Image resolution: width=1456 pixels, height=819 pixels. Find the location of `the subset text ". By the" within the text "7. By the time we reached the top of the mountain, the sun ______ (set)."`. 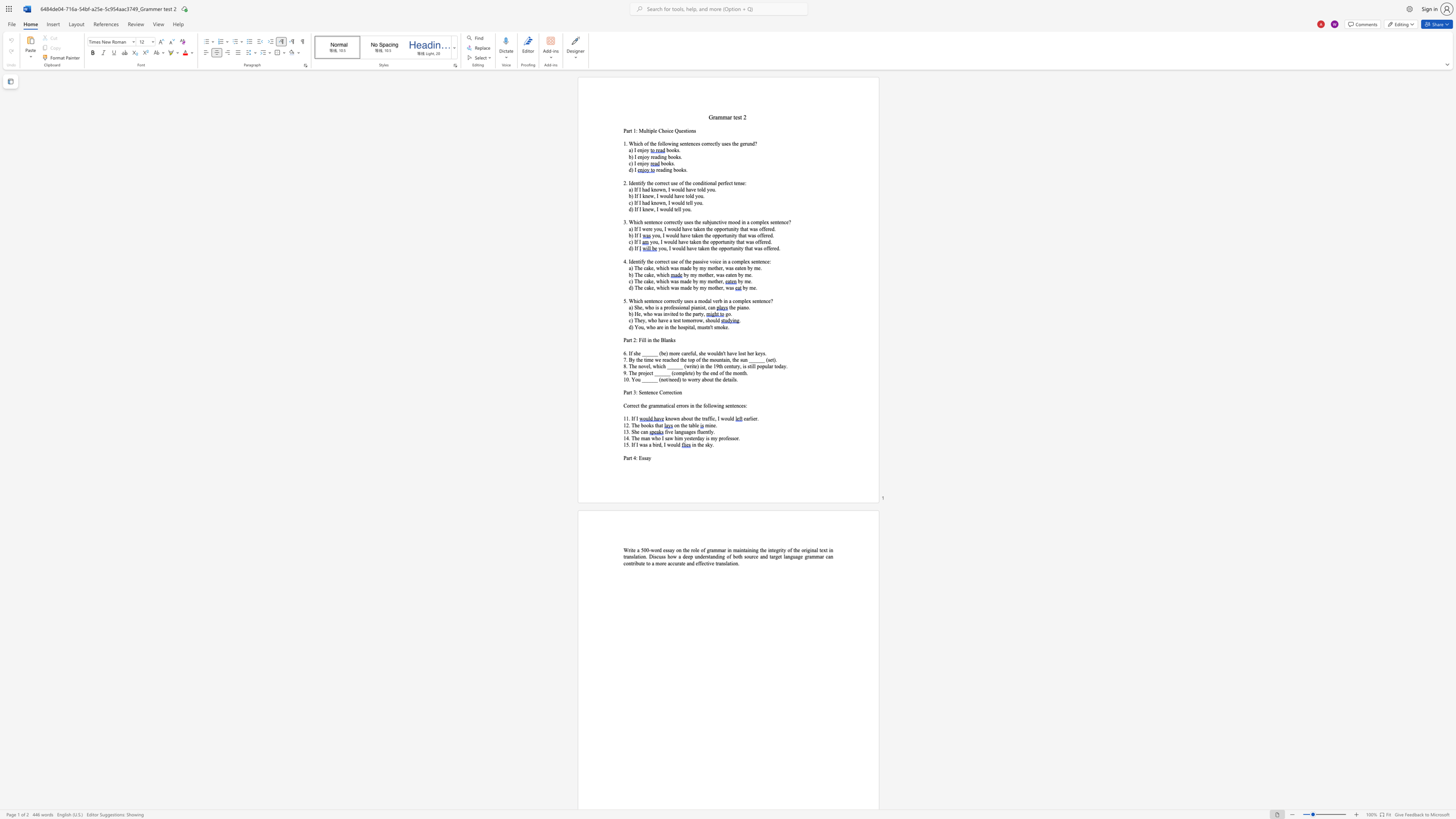

the subset text ". By the" within the text "7. By the time we reached the top of the mountain, the sun ______ (set)." is located at coordinates (626, 359).